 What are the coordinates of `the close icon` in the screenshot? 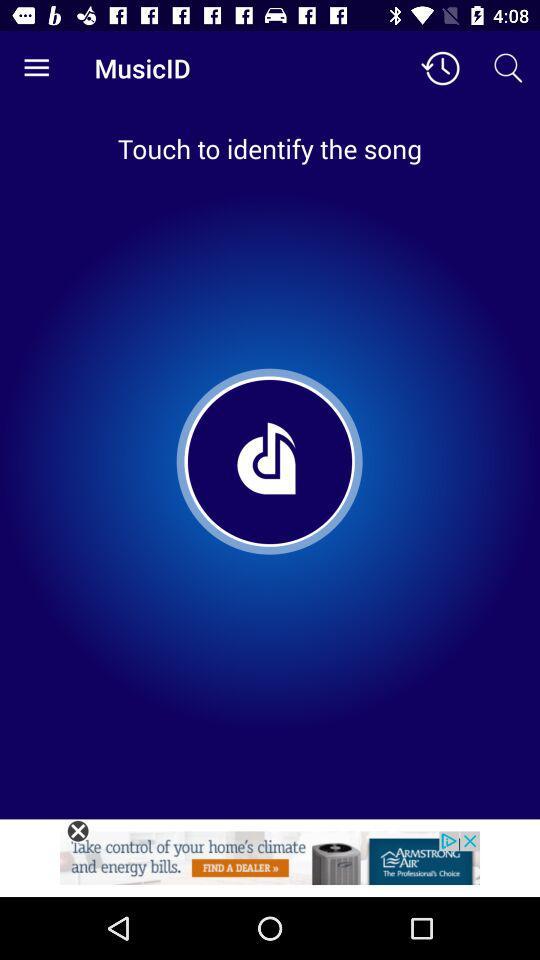 It's located at (77, 831).